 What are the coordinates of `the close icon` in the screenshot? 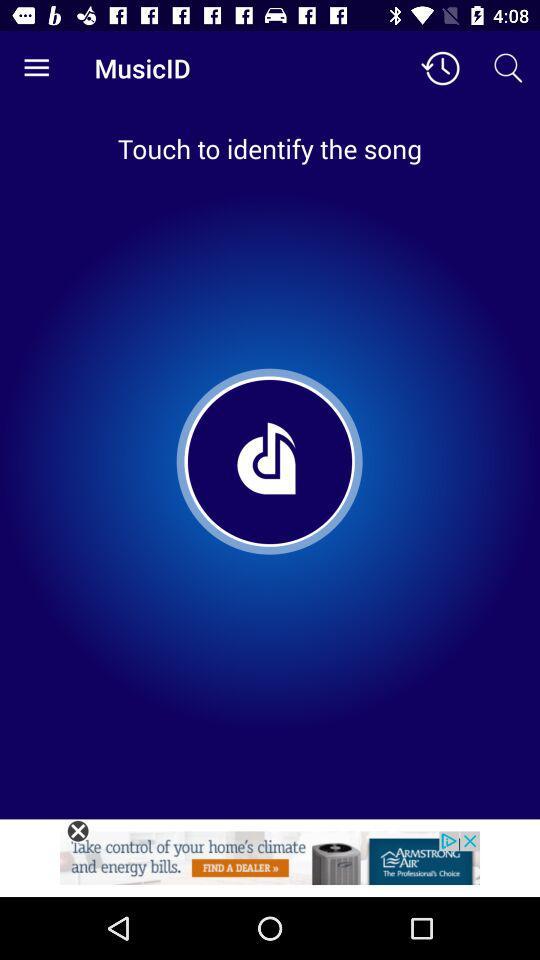 It's located at (77, 831).